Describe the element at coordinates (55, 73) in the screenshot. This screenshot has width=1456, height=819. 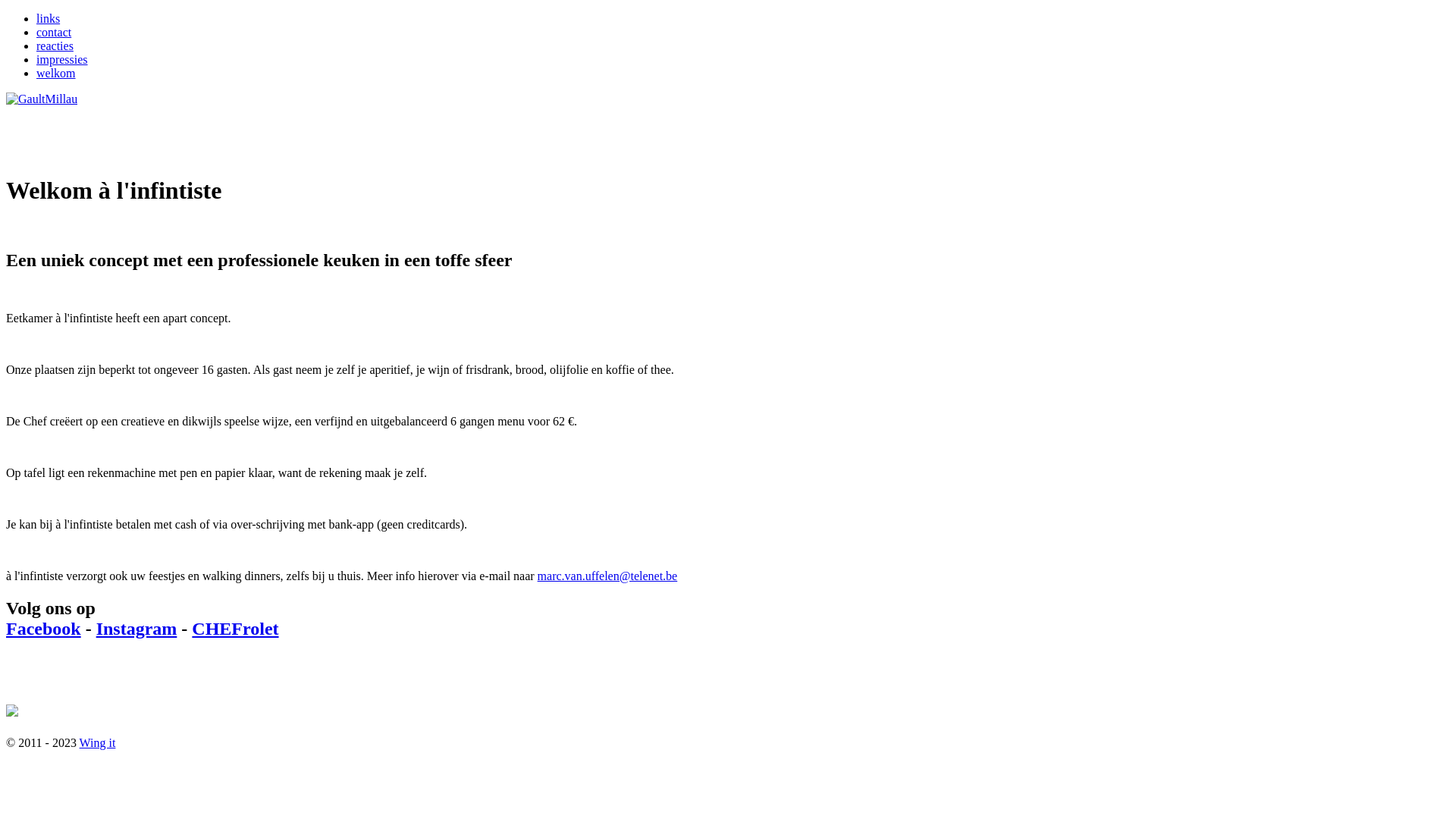
I see `'welkom'` at that location.